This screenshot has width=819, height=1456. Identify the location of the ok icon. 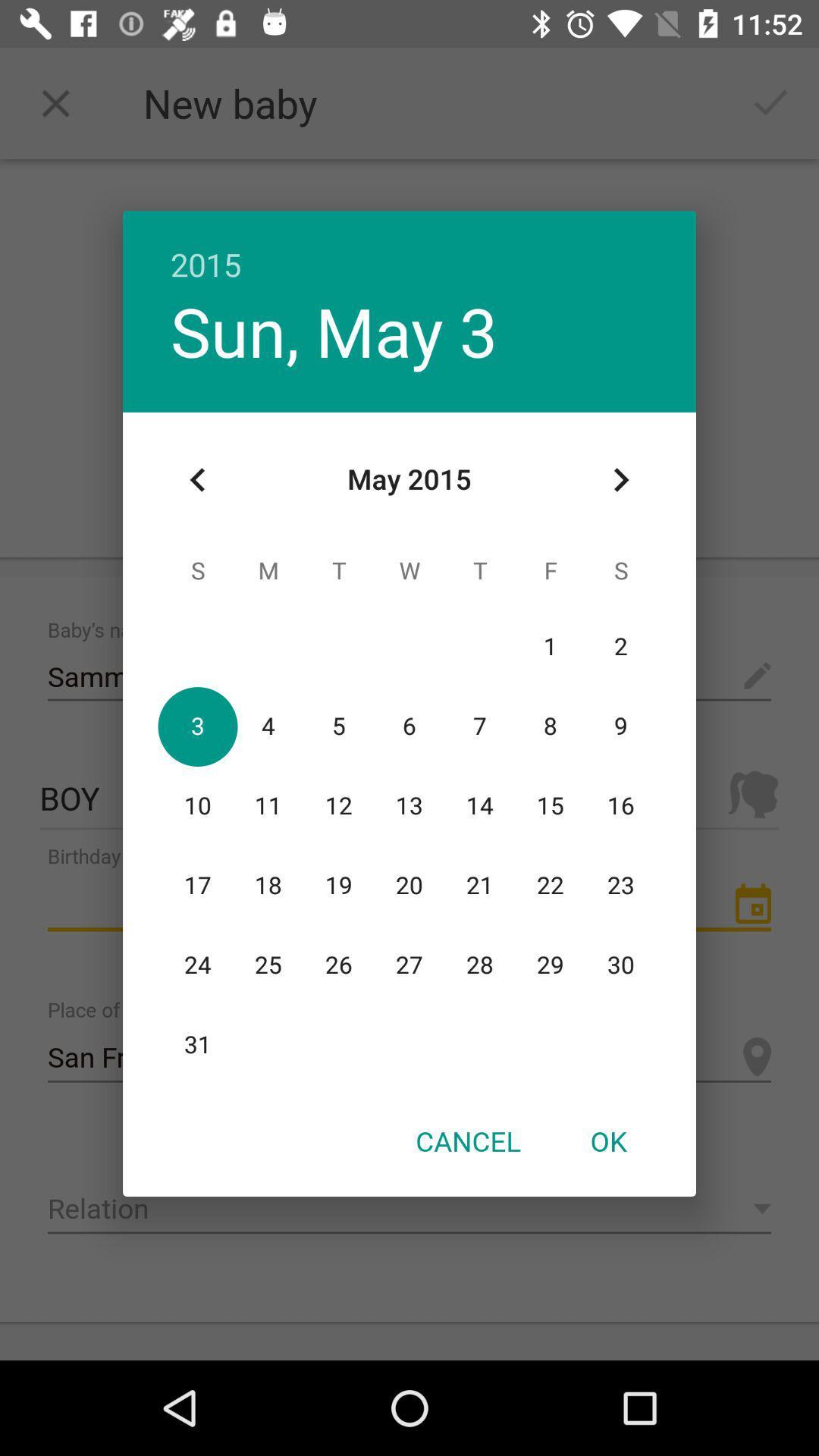
(607, 1141).